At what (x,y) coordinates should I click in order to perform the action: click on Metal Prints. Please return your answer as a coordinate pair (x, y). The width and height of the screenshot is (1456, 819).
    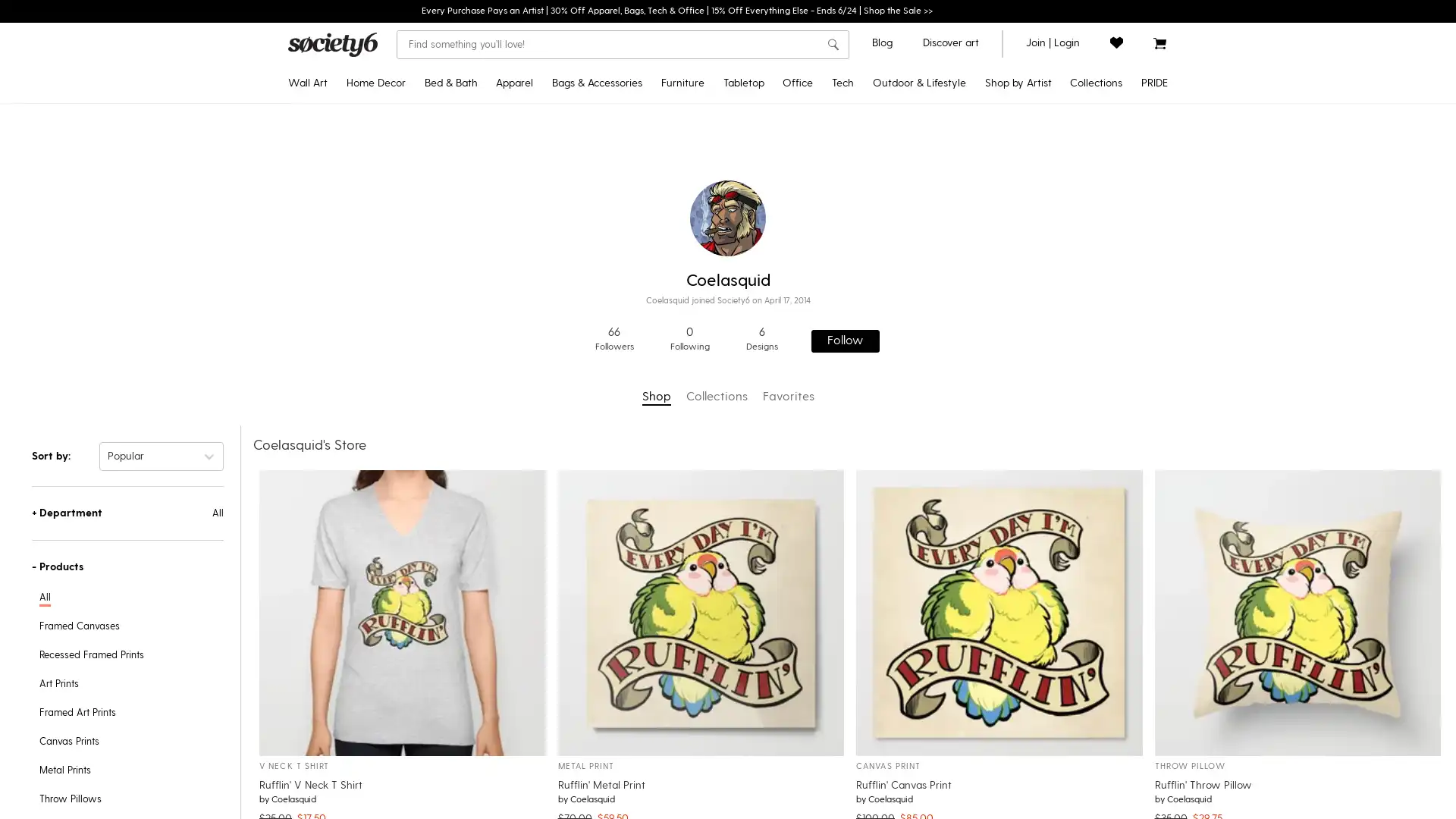
    Looking at the image, I should click on (356, 315).